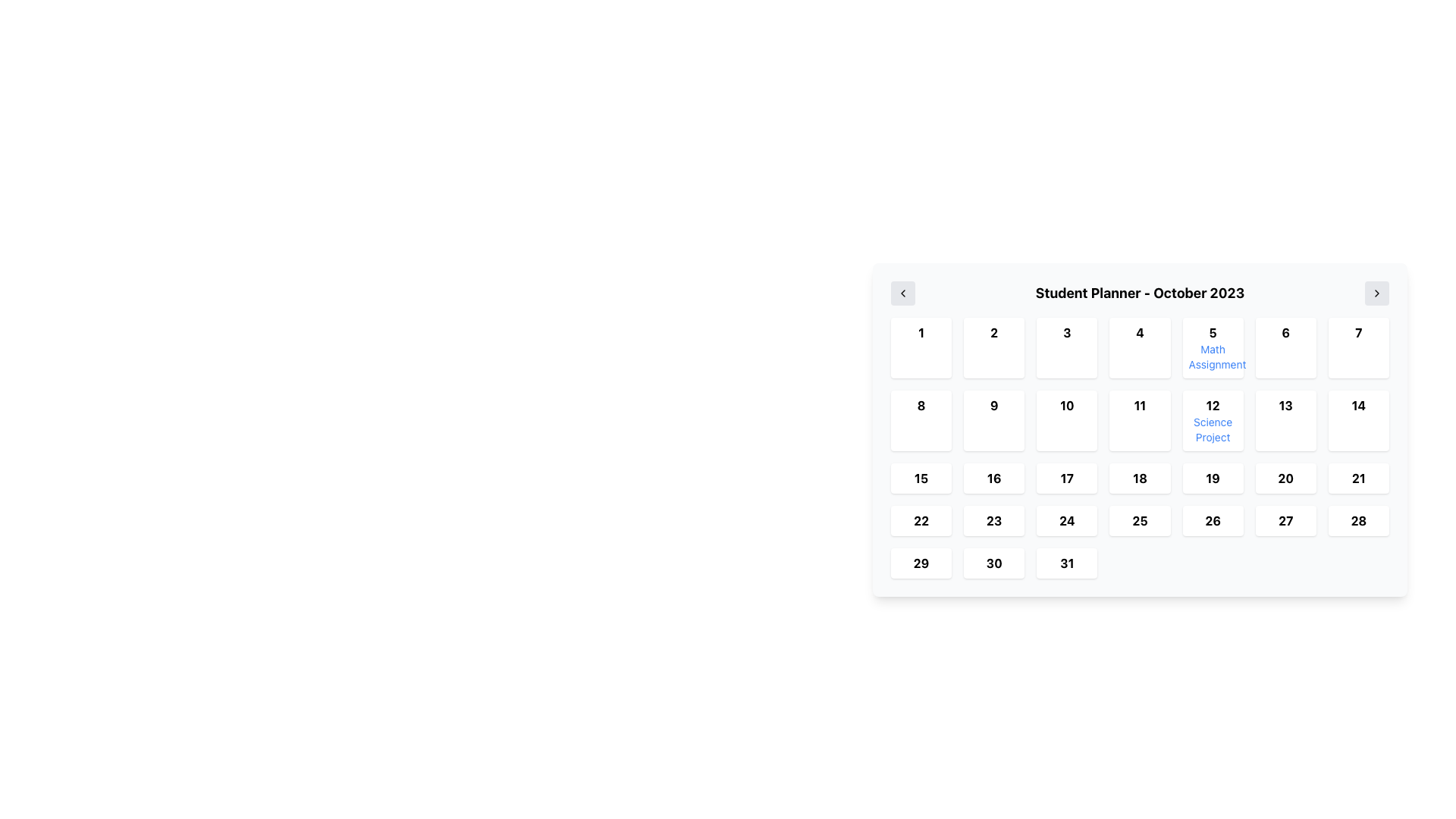  What do you see at coordinates (920, 479) in the screenshot?
I see `the static text label displaying the number '15' in the calendar grid, located in the first cell of the third row` at bounding box center [920, 479].